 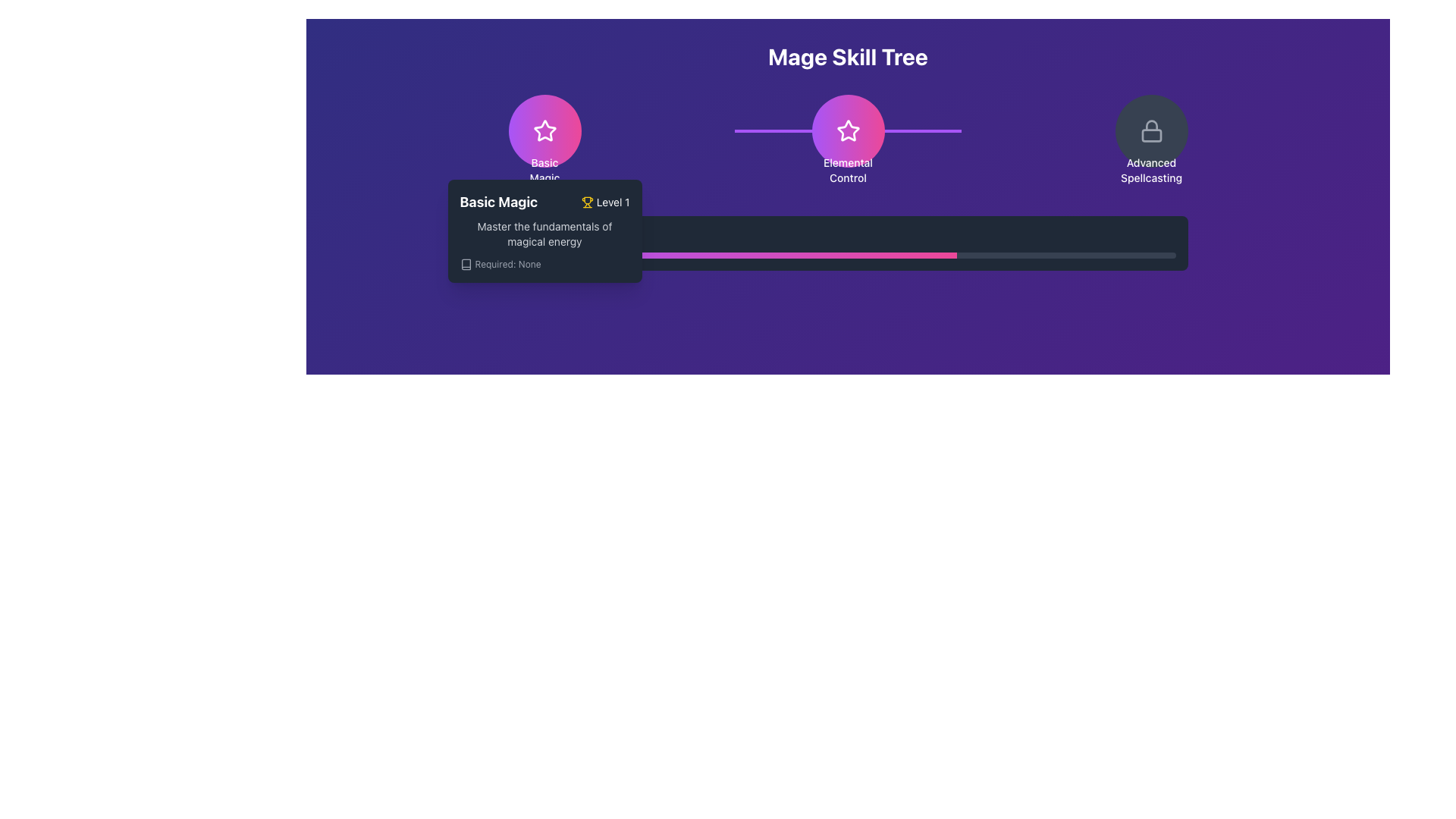 What do you see at coordinates (1151, 130) in the screenshot?
I see `the locked skill icon representing a skill in the skill tree, which is the third item in a horizontal sequence` at bounding box center [1151, 130].